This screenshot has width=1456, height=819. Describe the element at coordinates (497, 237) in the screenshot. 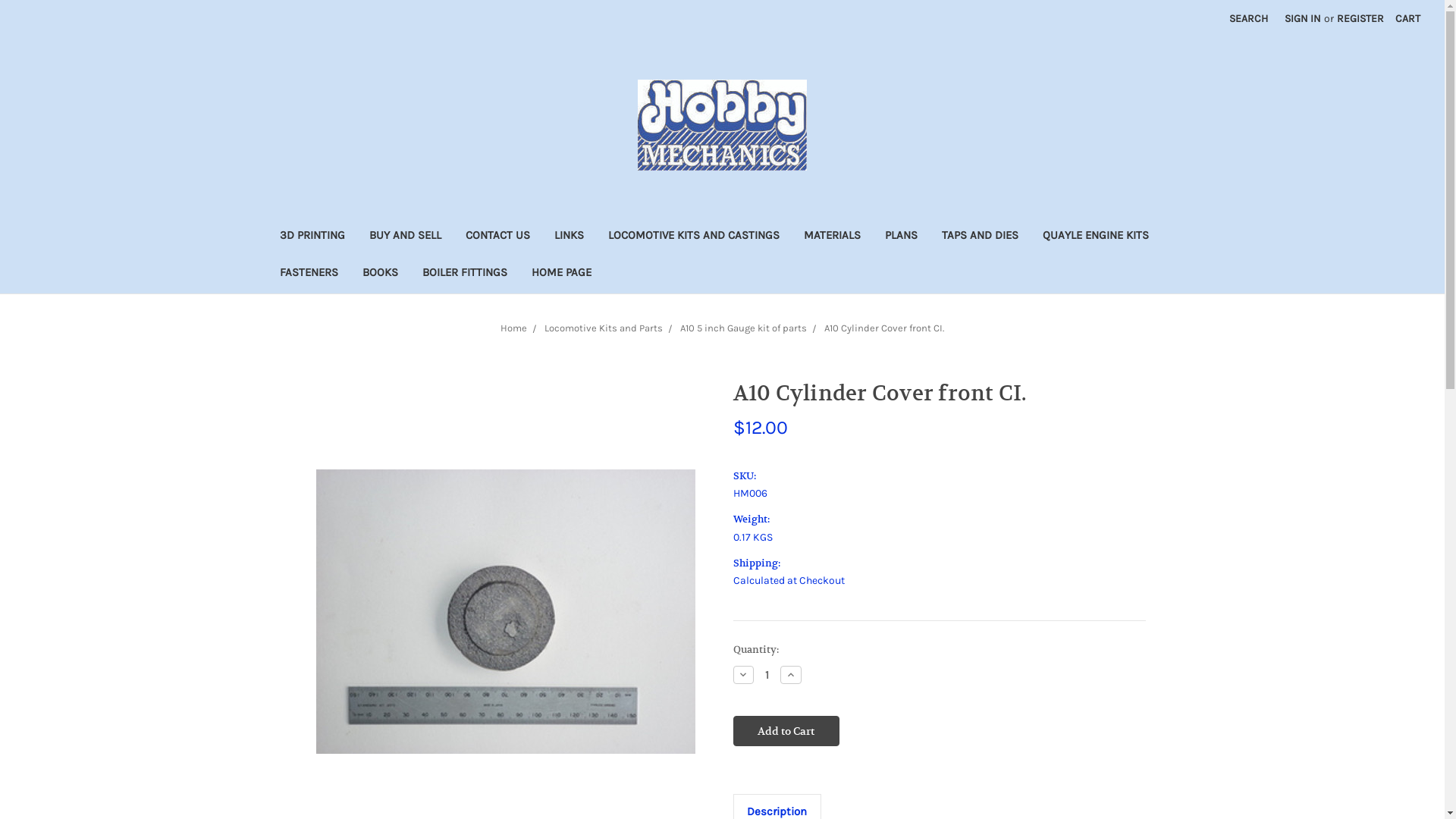

I see `'CONTACT US'` at that location.